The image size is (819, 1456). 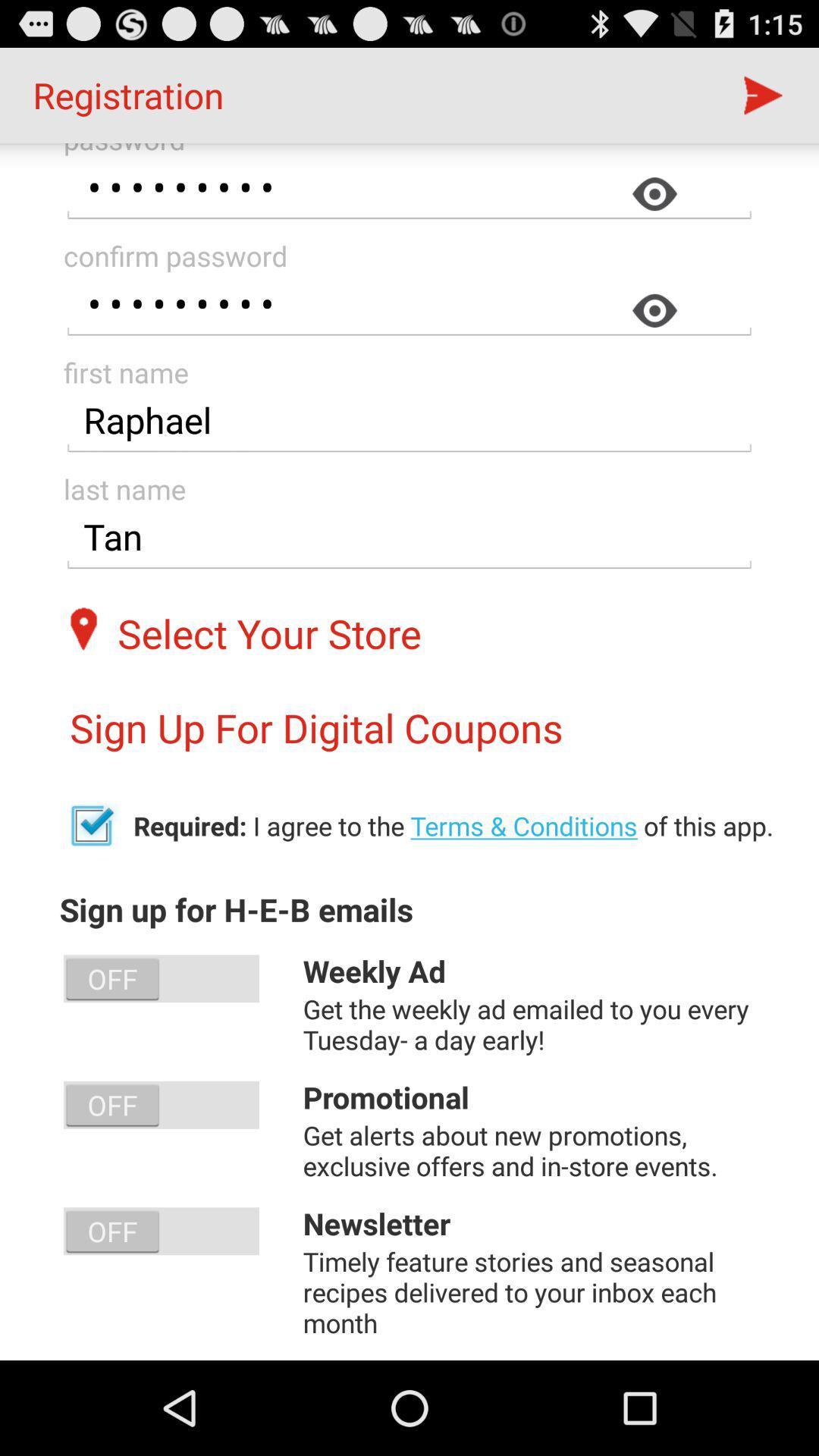 I want to click on the visibility icon, so click(x=659, y=210).